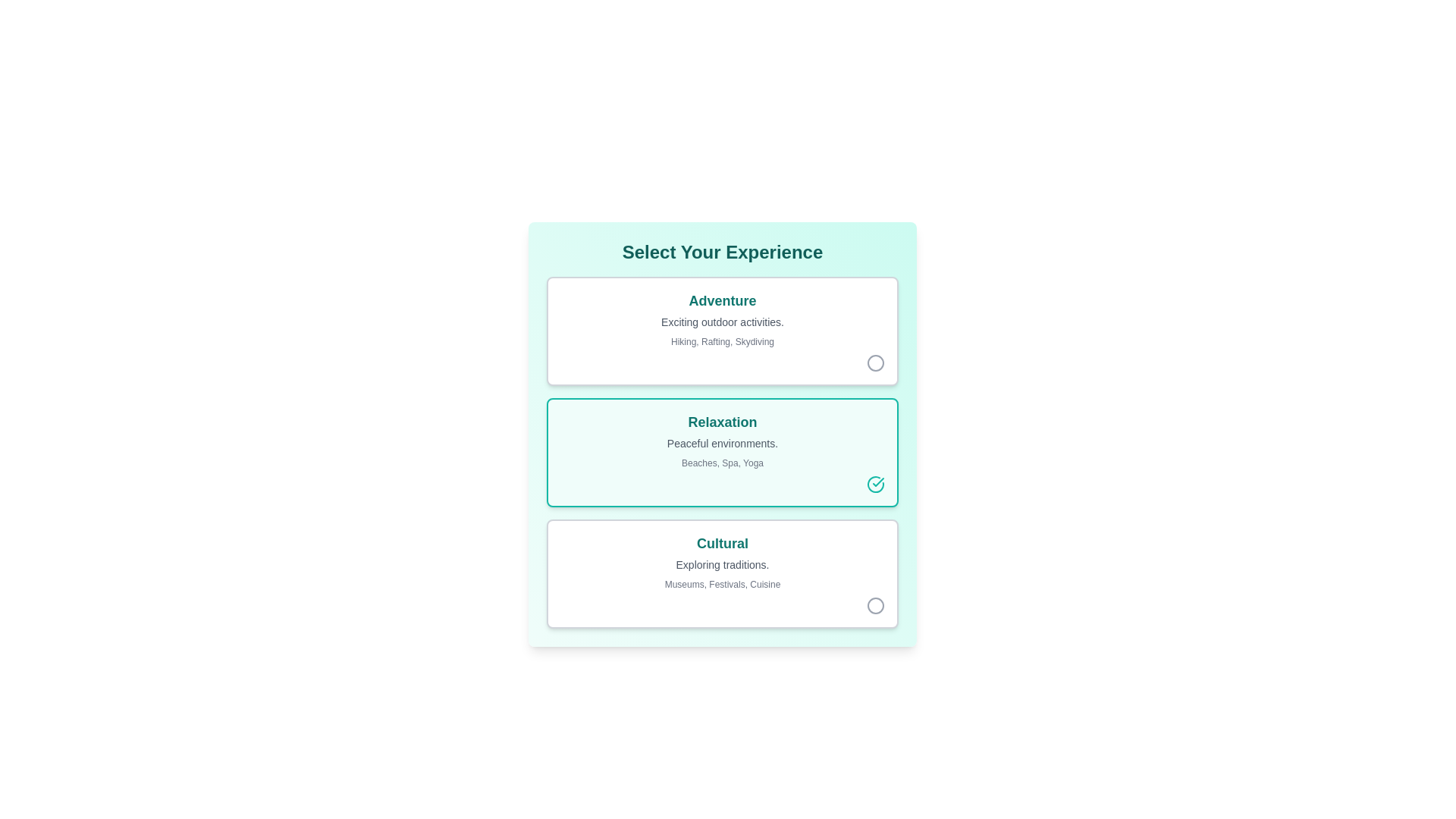 Image resolution: width=1456 pixels, height=819 pixels. What do you see at coordinates (722, 422) in the screenshot?
I see `the 'Relaxation' text element displayed in bold teal font, located at the top of the second card labeled 'Relaxation.'` at bounding box center [722, 422].